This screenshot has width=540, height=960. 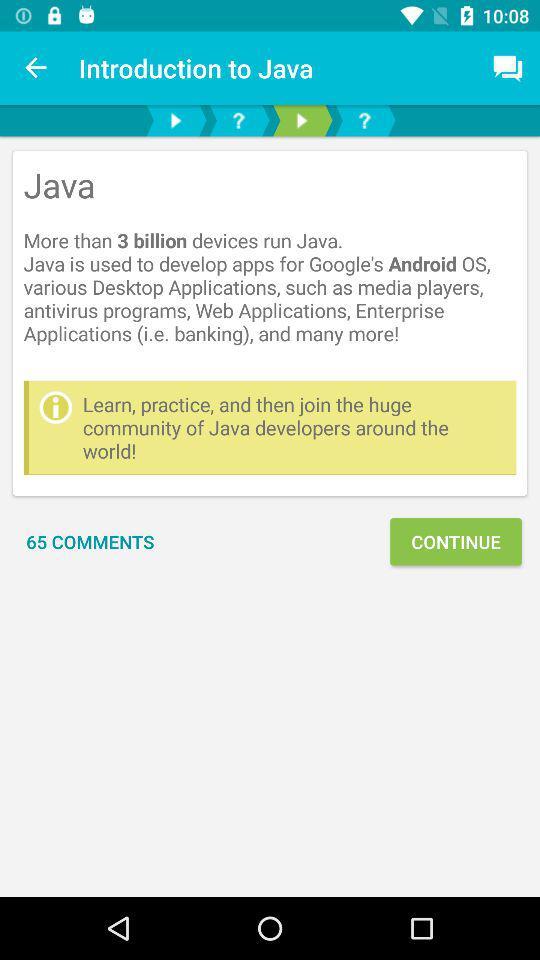 I want to click on the icon on the right, so click(x=455, y=541).